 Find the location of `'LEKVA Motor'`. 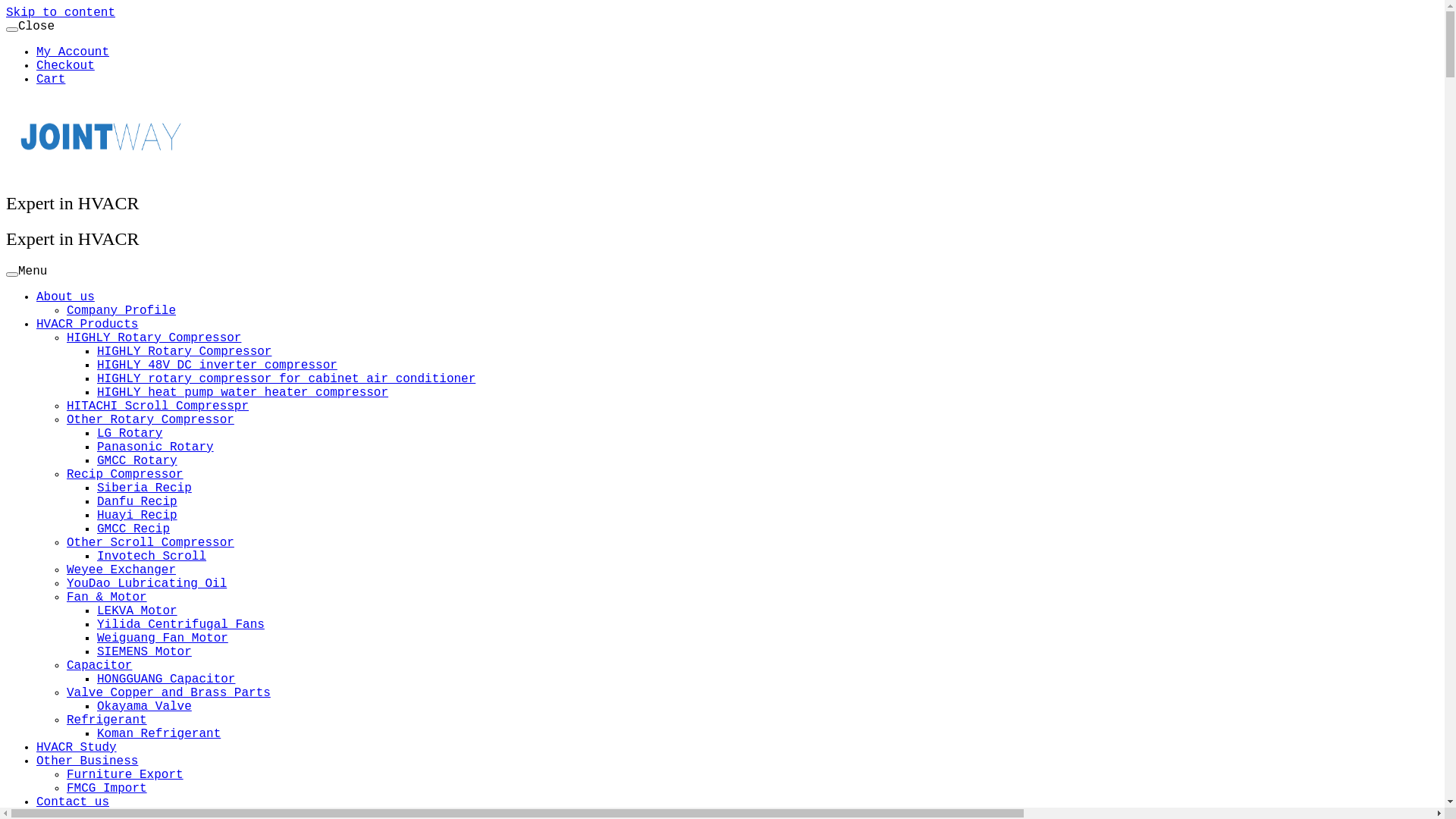

'LEKVA Motor' is located at coordinates (137, 610).